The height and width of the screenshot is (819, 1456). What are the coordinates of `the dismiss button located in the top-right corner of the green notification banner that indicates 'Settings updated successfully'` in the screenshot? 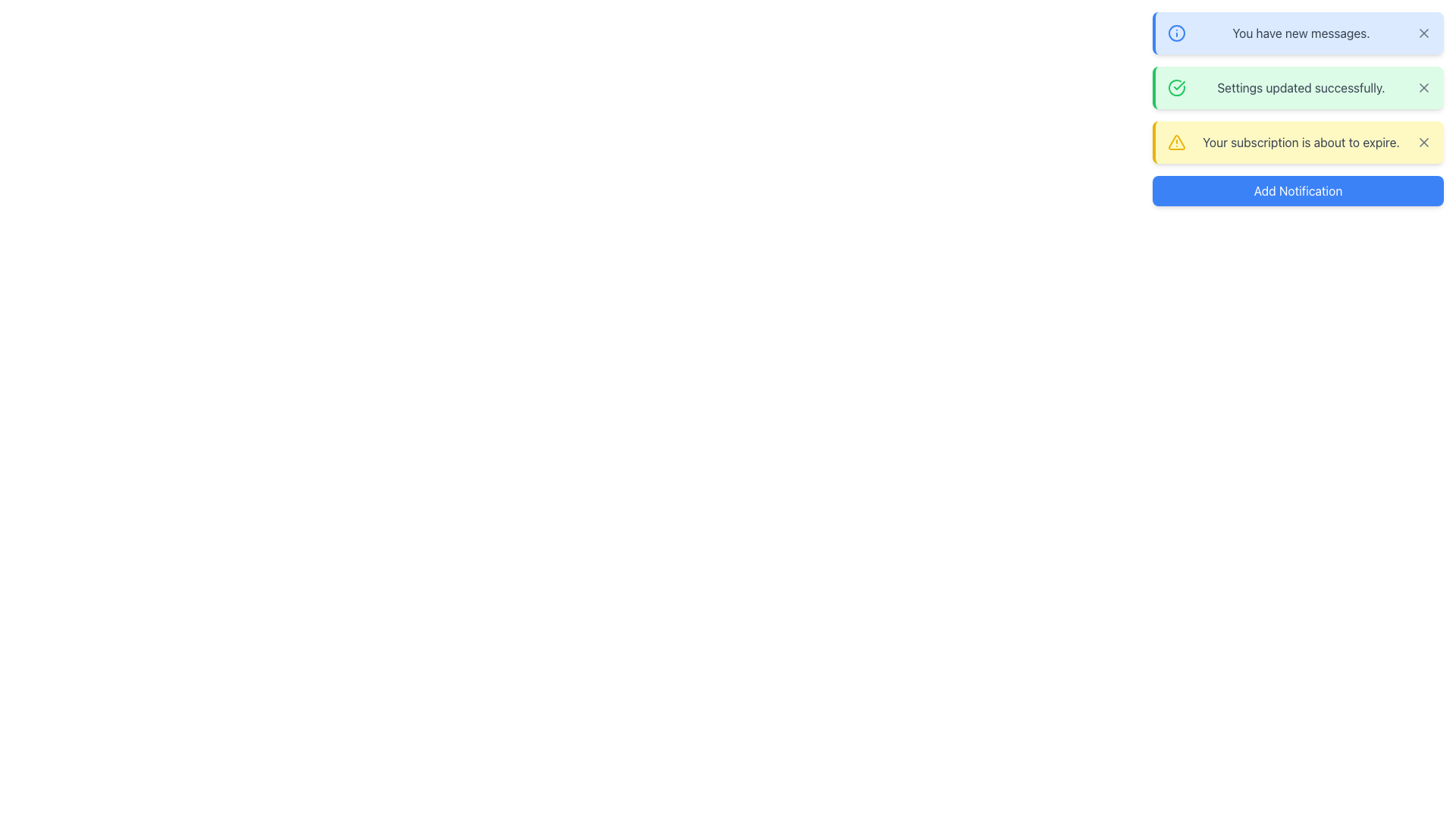 It's located at (1423, 87).